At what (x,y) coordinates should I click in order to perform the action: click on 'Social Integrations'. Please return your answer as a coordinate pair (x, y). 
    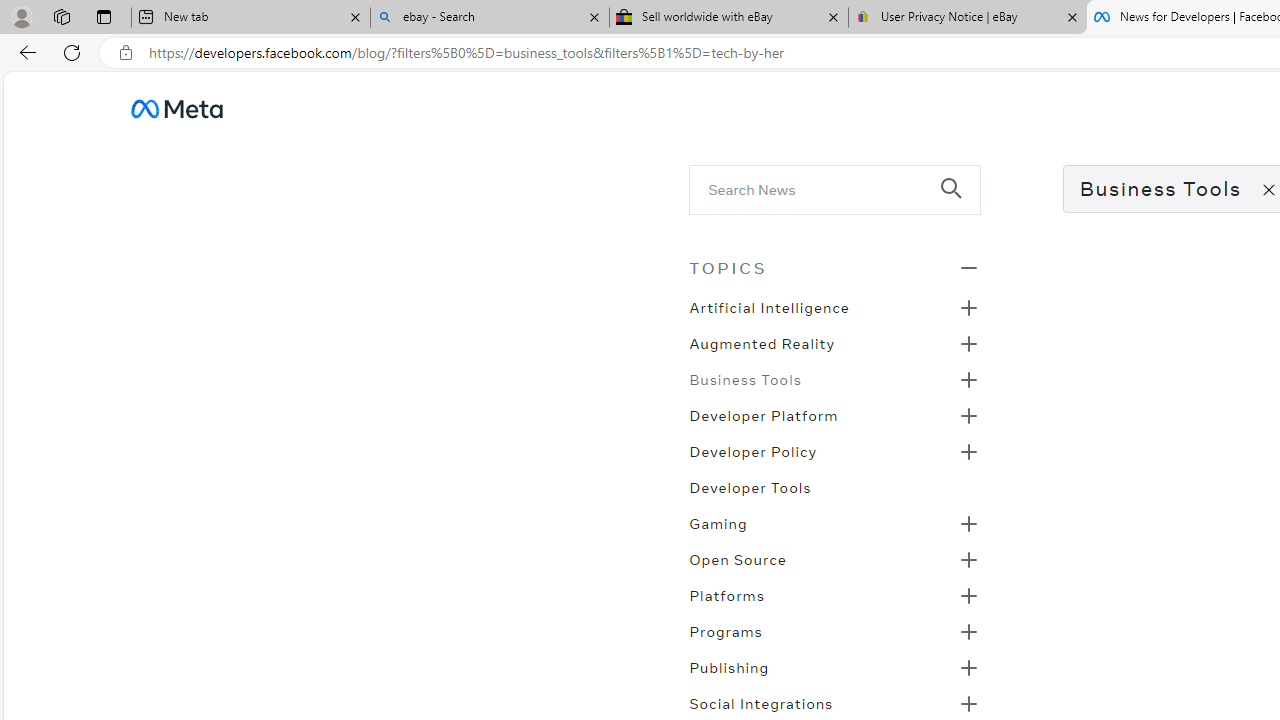
    Looking at the image, I should click on (760, 701).